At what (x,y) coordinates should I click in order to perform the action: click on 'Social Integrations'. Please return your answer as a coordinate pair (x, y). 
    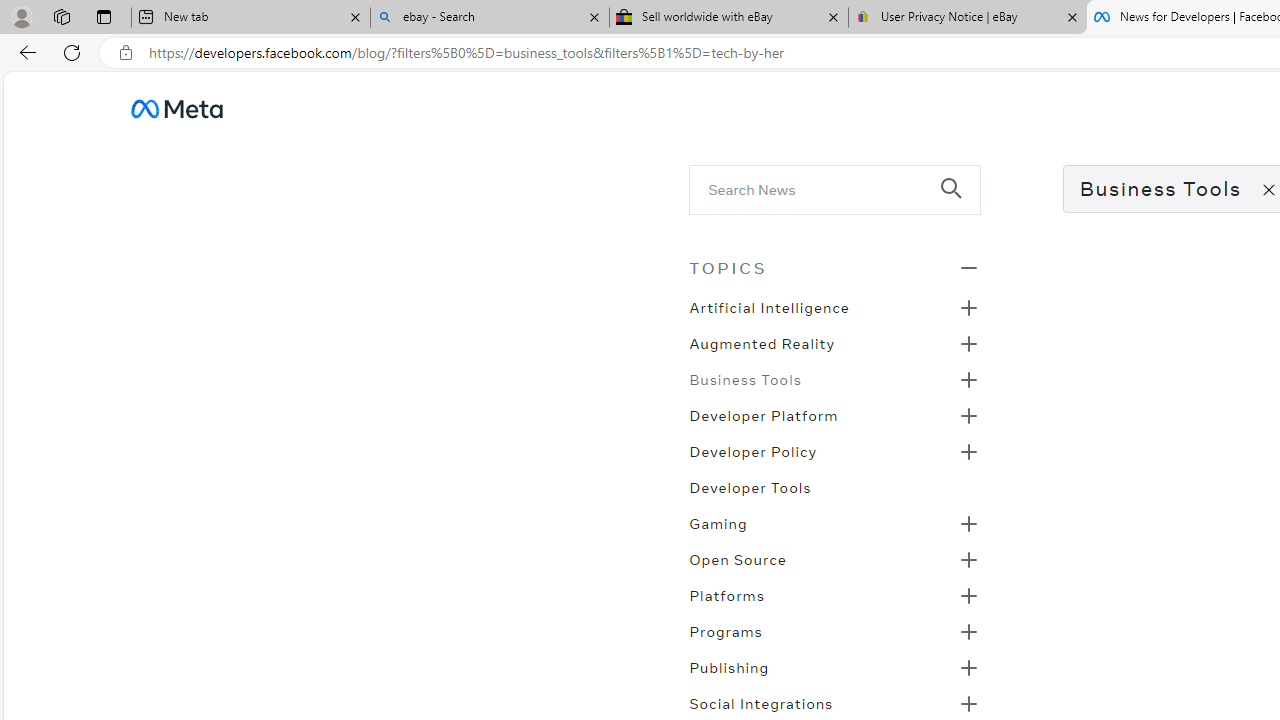
    Looking at the image, I should click on (760, 701).